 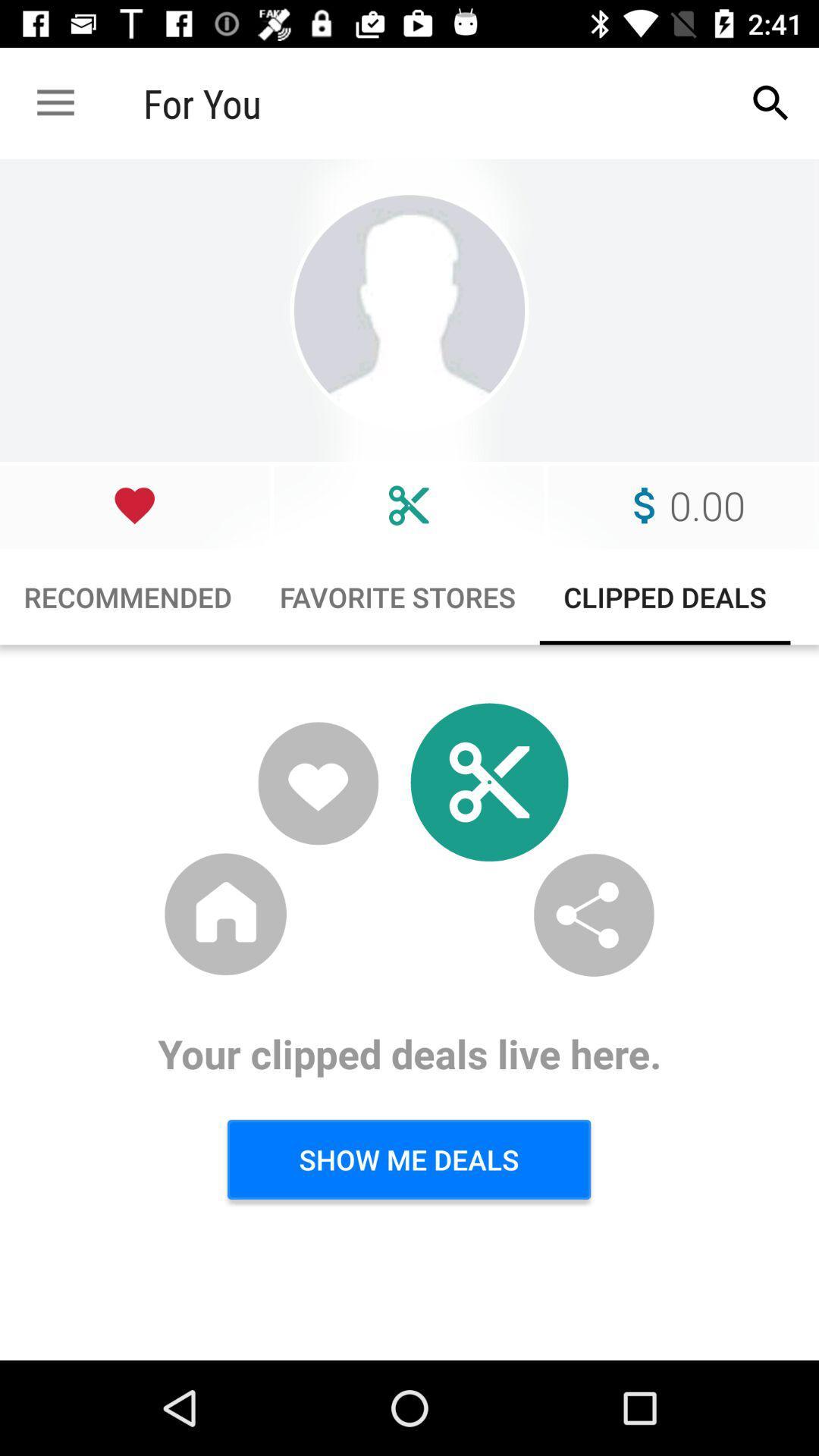 I want to click on display profile picture, so click(x=409, y=309).